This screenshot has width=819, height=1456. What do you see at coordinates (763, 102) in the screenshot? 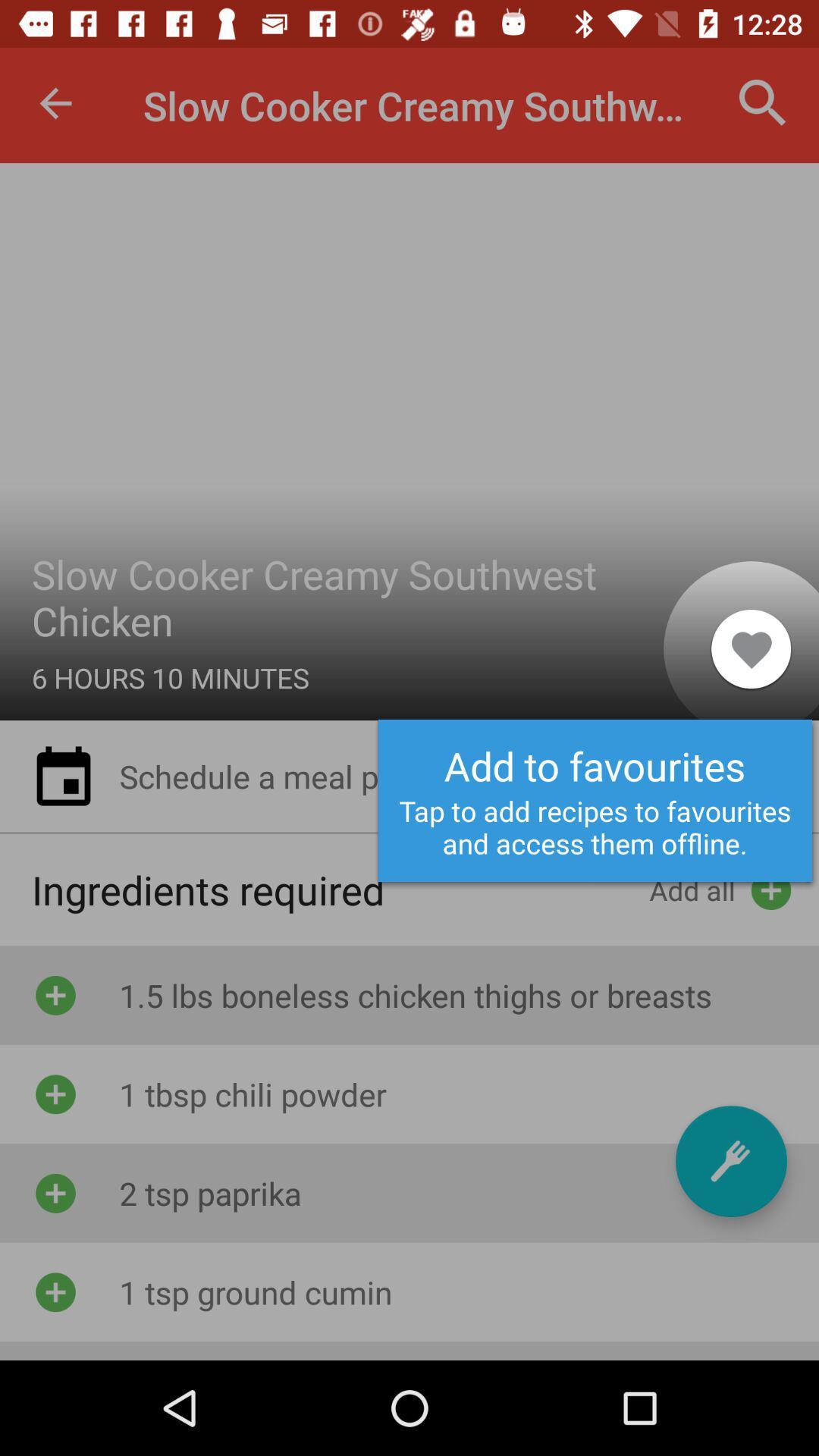
I see `item to the right of slow cooker creamy` at bounding box center [763, 102].